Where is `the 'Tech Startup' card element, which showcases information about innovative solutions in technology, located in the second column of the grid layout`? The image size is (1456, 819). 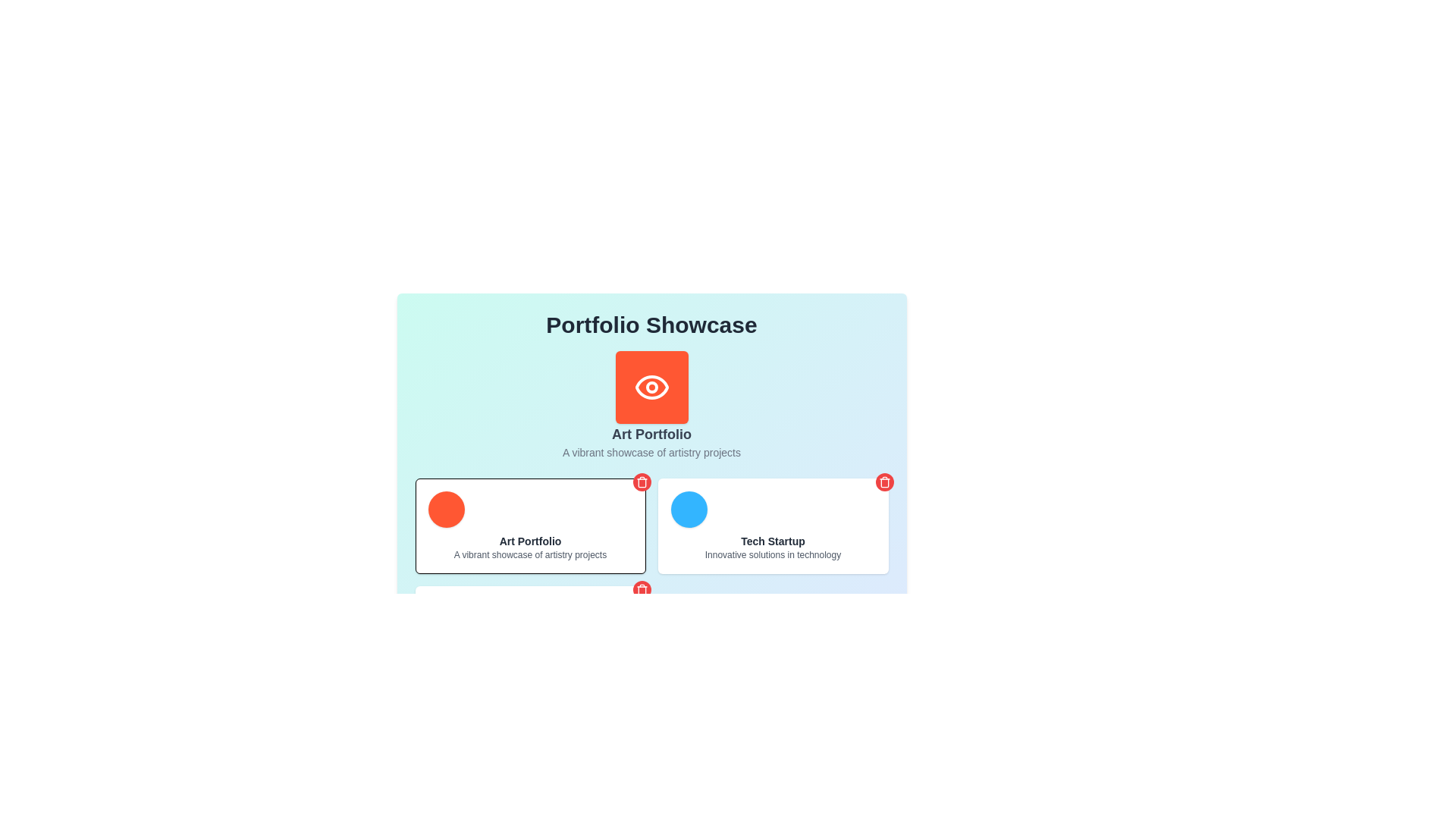
the 'Tech Startup' card element, which showcases information about innovative solutions in technology, located in the second column of the grid layout is located at coordinates (773, 526).